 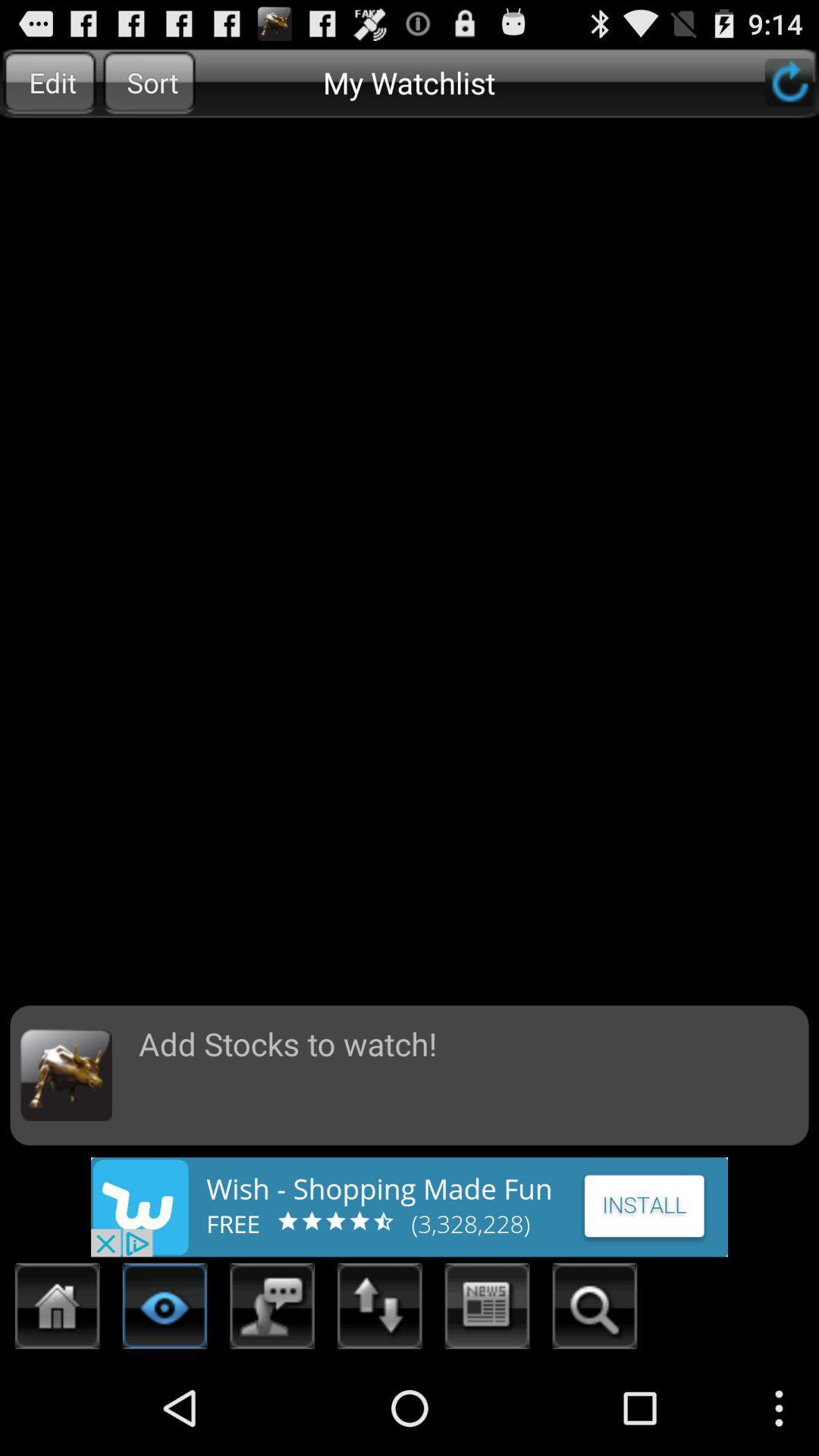 What do you see at coordinates (165, 1310) in the screenshot?
I see `click view` at bounding box center [165, 1310].